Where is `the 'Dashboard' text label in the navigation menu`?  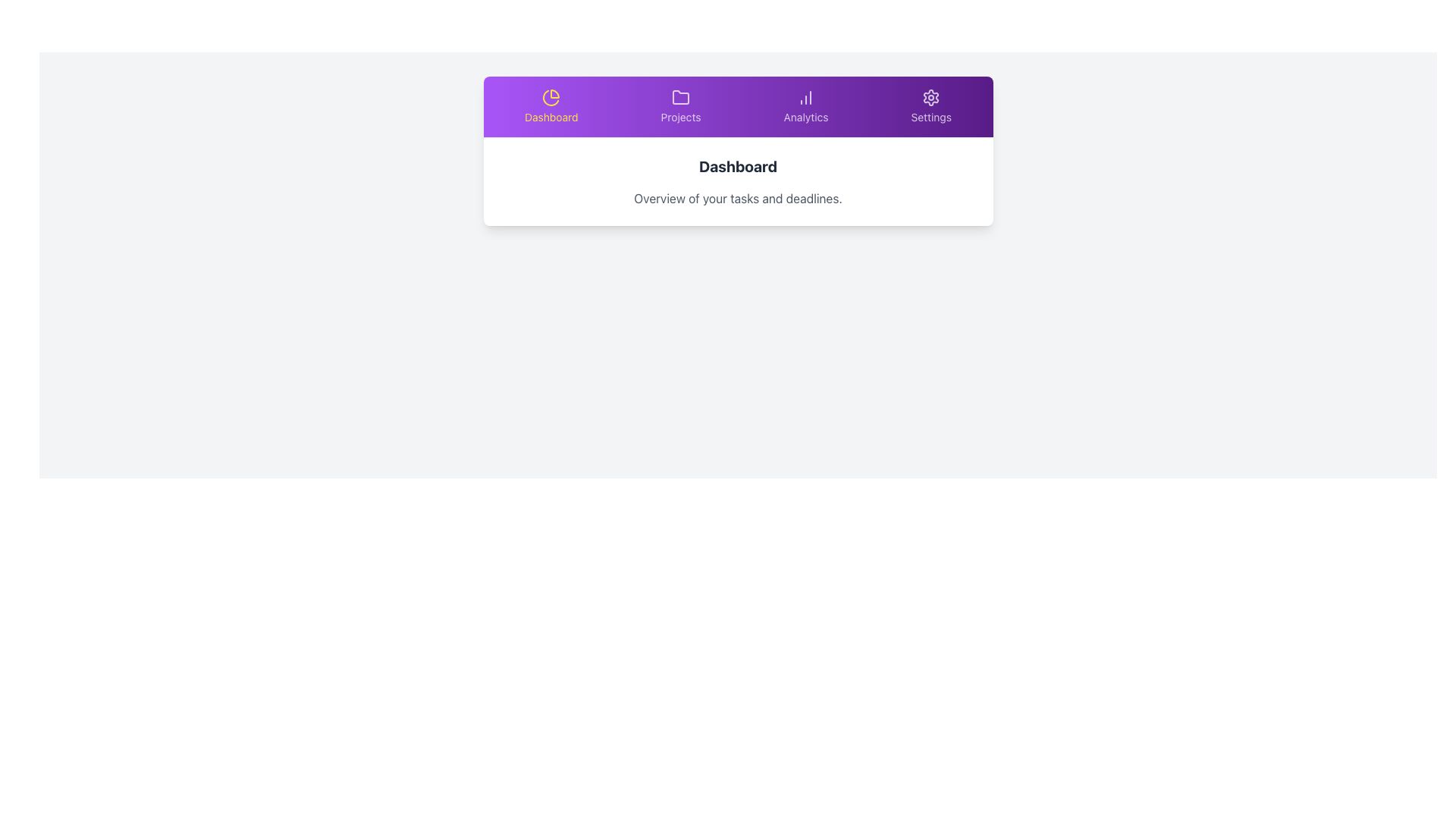
the 'Dashboard' text label in the navigation menu is located at coordinates (551, 116).